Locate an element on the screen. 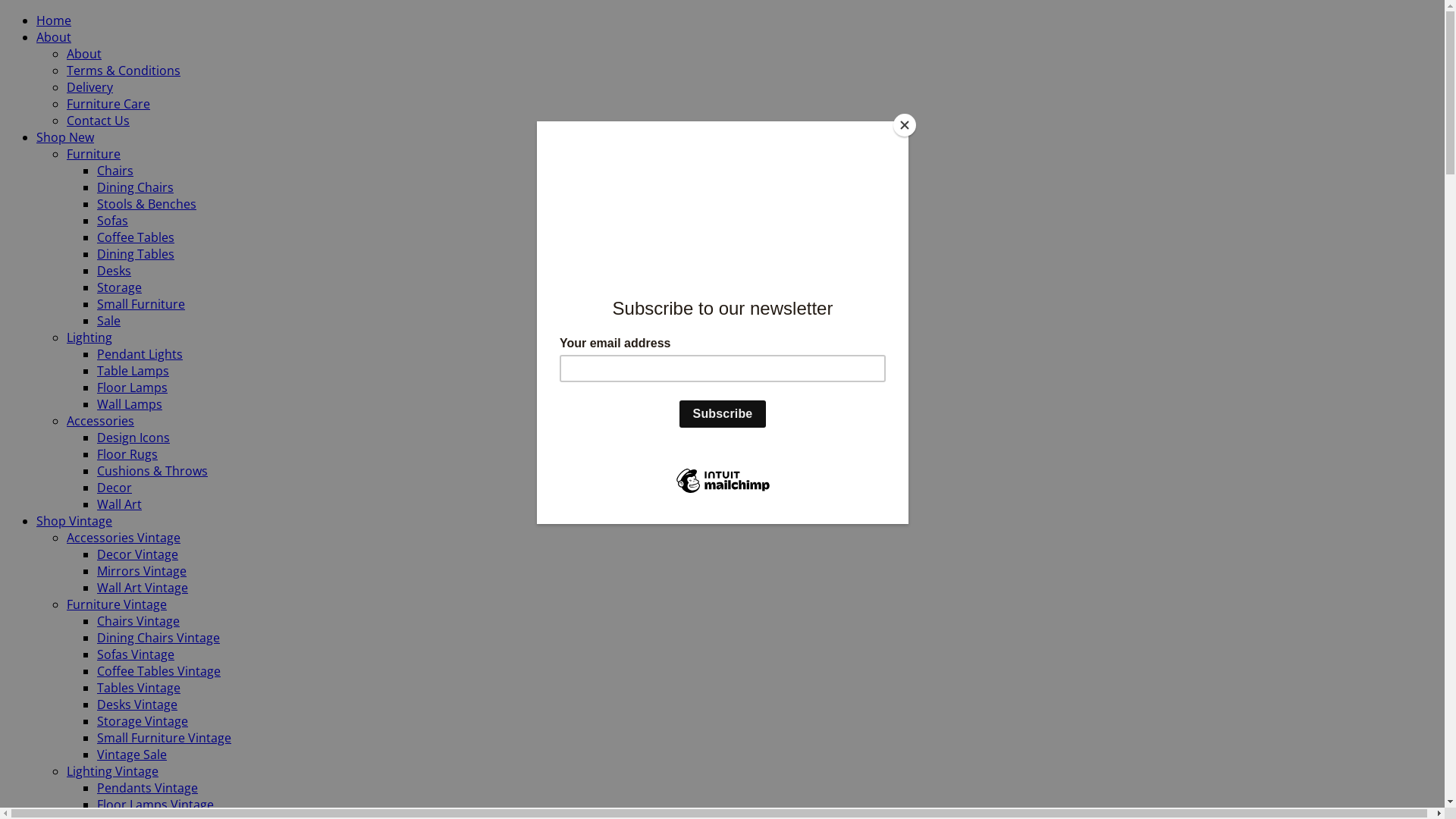 This screenshot has height=819, width=1456. 'Storage Vintage' is located at coordinates (142, 720).